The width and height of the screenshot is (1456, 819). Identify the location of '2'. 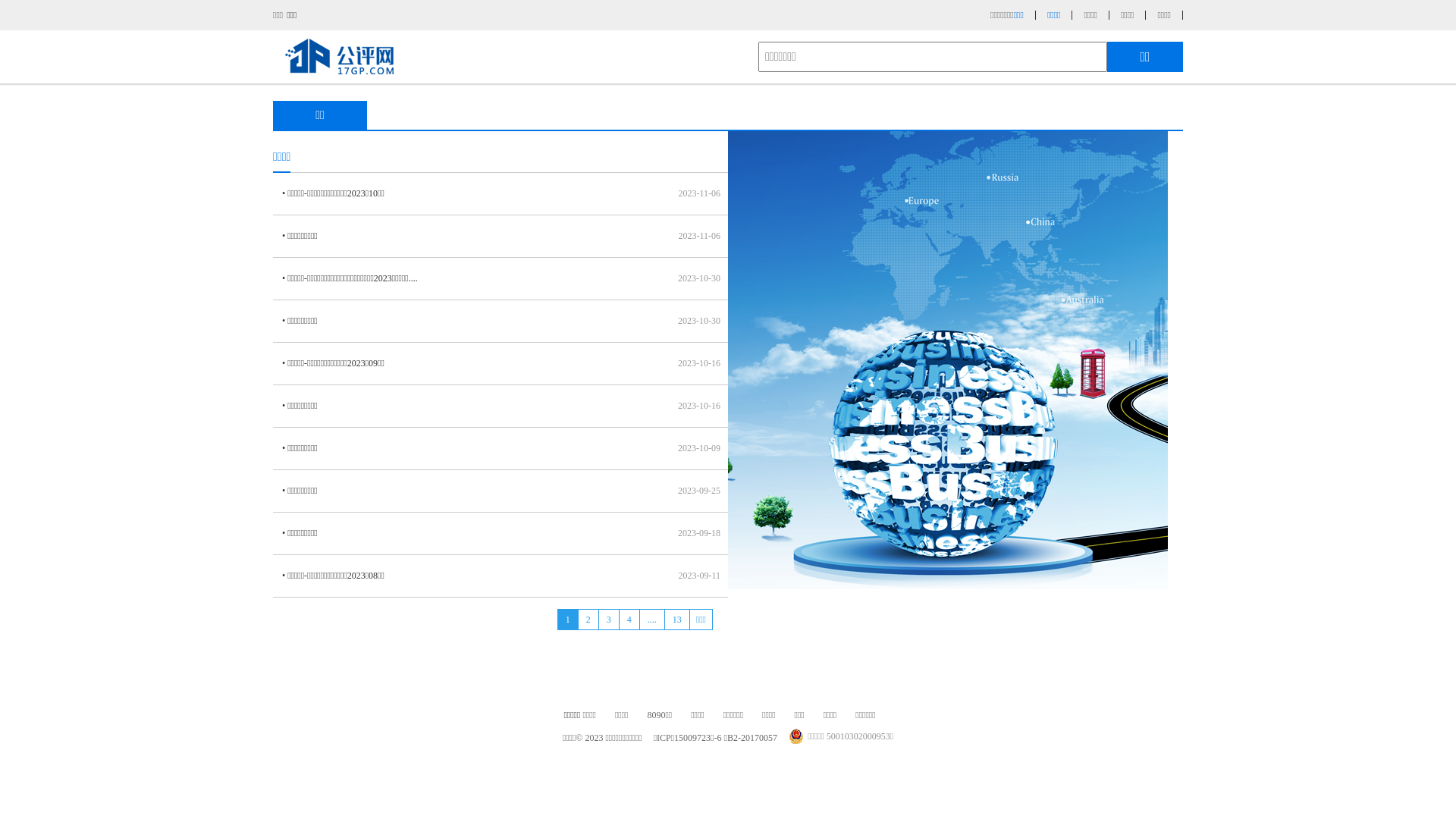
(587, 620).